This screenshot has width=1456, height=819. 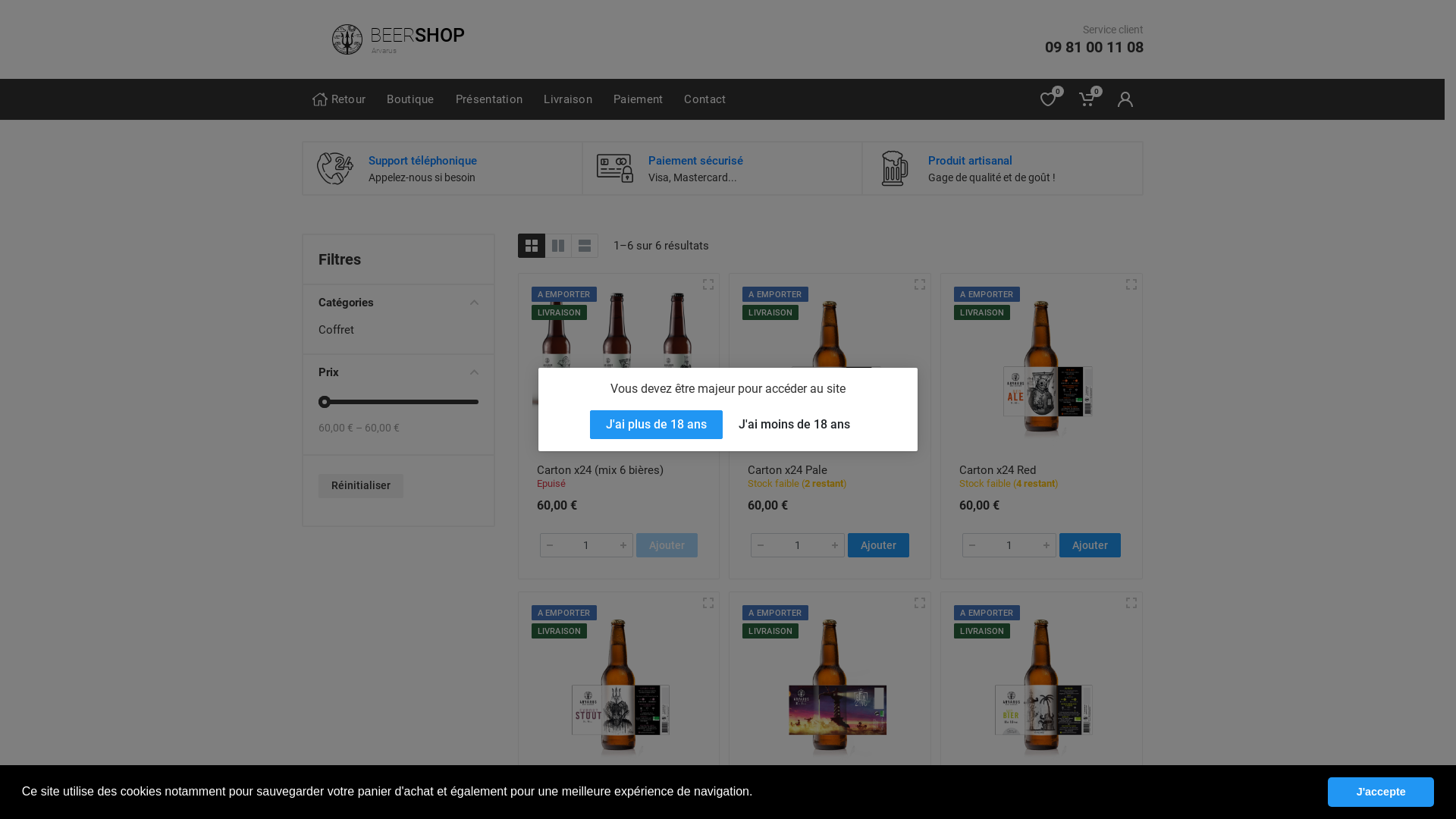 What do you see at coordinates (602, 99) in the screenshot?
I see `'Paiement'` at bounding box center [602, 99].